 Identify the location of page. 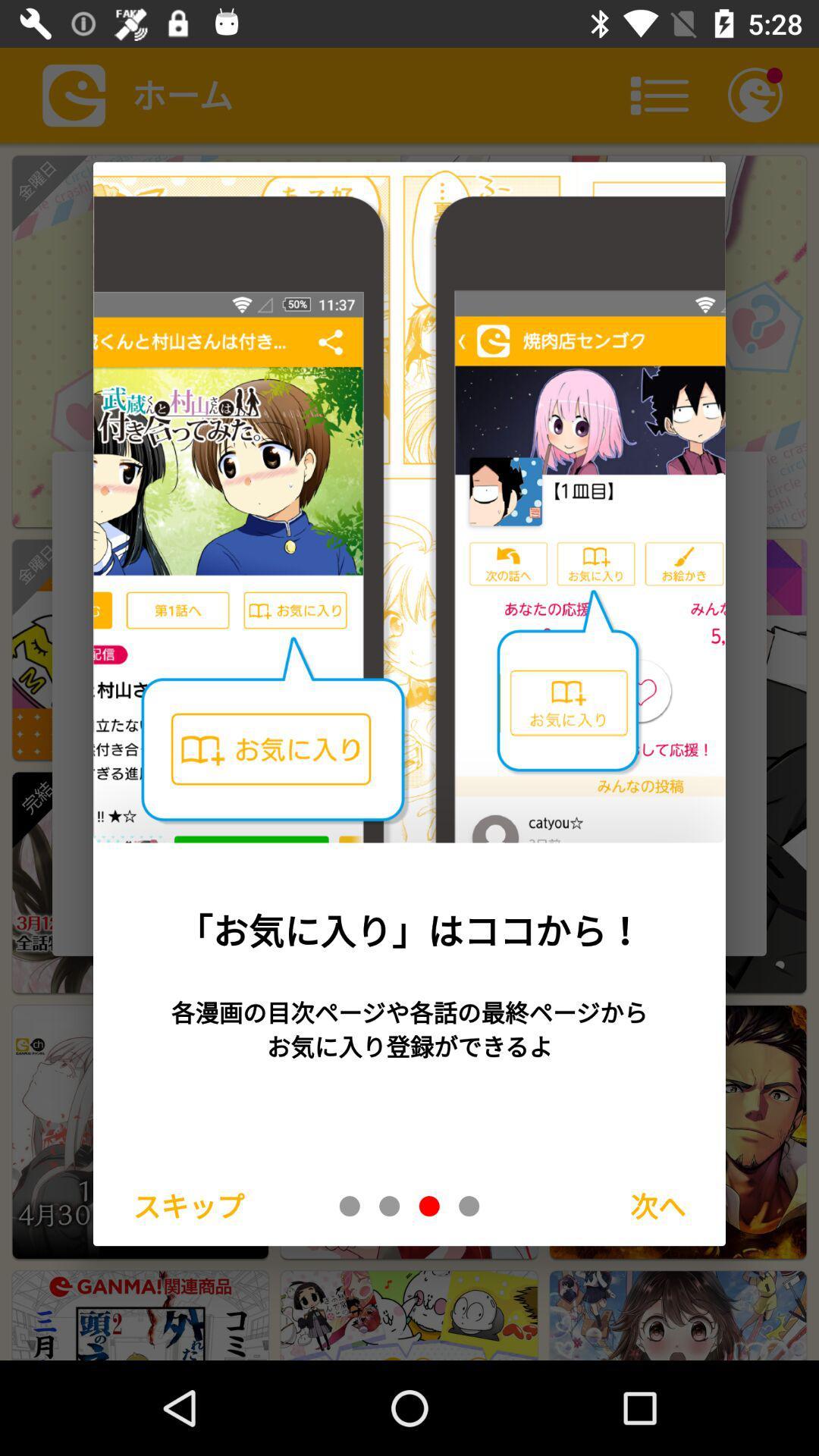
(350, 1205).